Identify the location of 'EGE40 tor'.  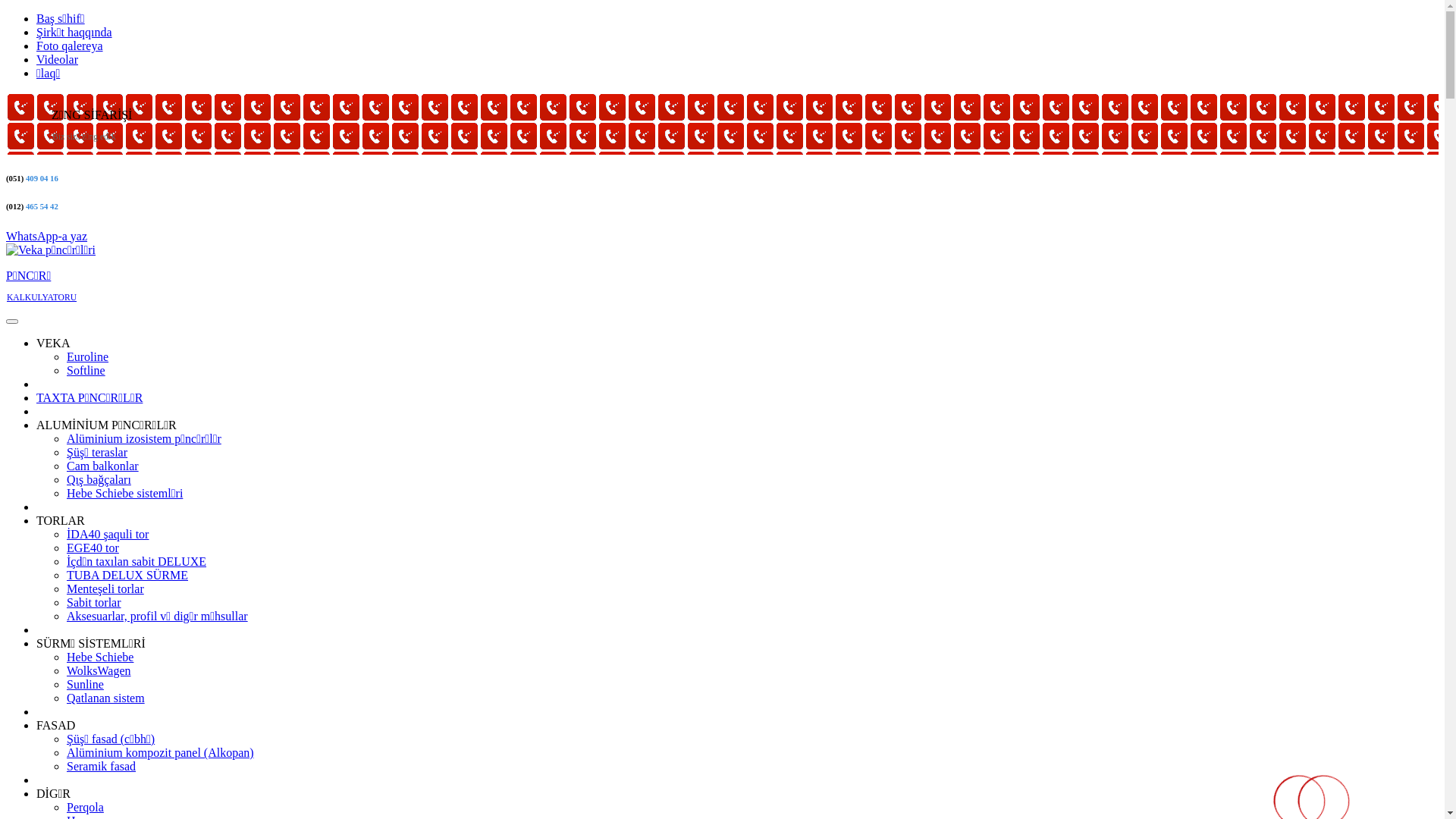
(92, 548).